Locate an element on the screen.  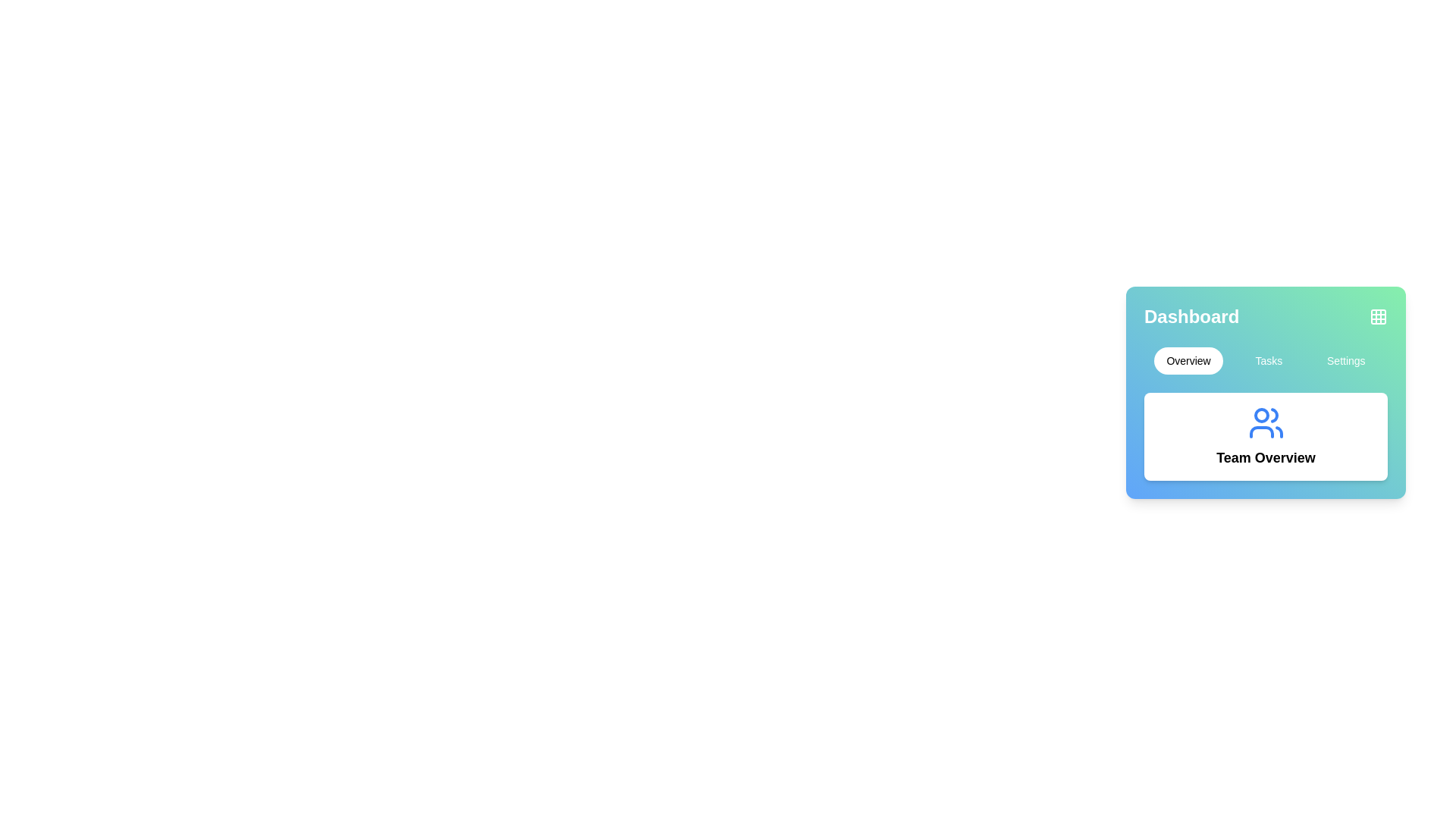
the small circular graphic element located at the upper central part of the group icon within the 'Team Overview' dashboard card is located at coordinates (1261, 415).